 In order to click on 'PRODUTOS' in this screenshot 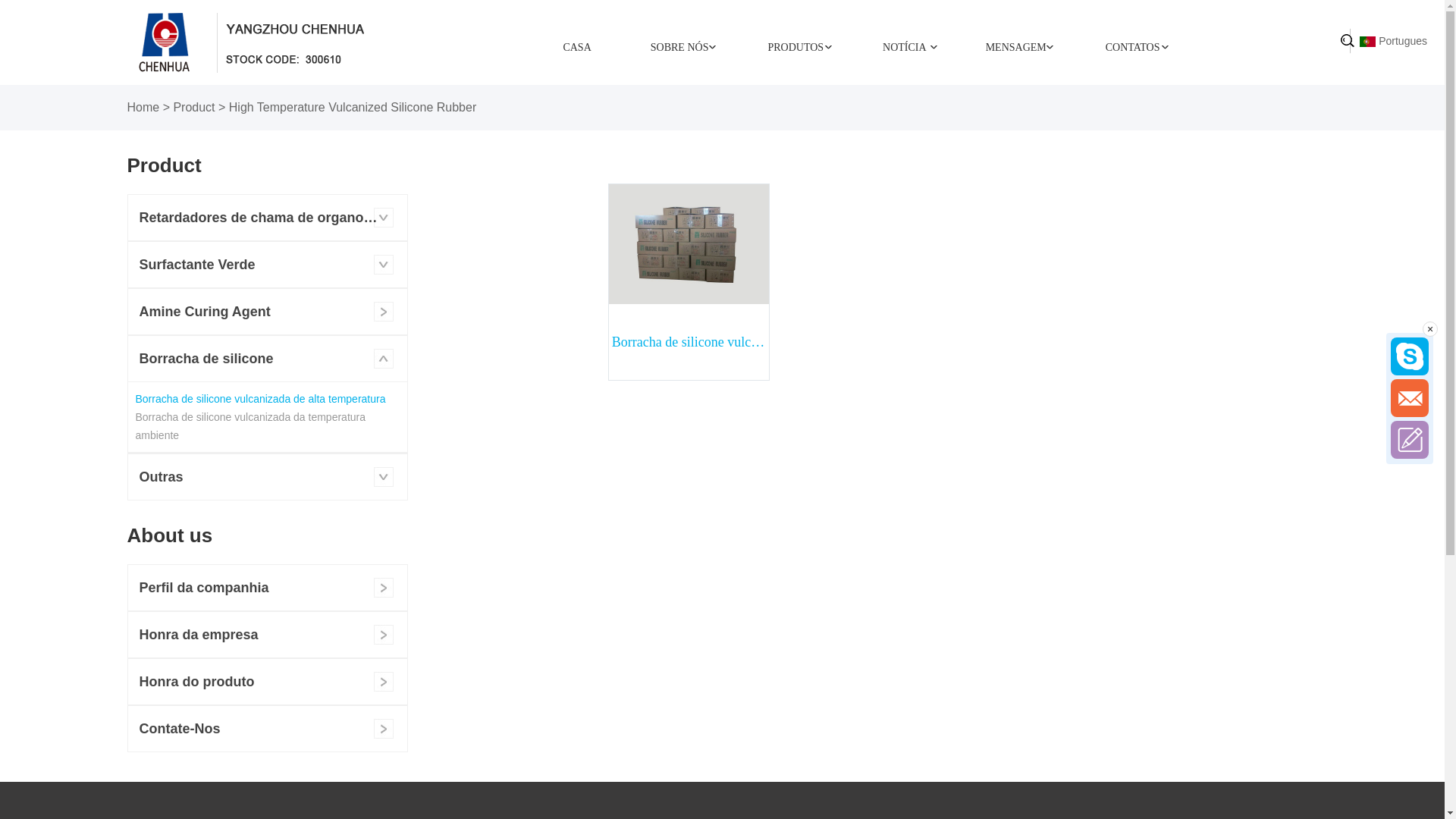, I will do `click(795, 45)`.